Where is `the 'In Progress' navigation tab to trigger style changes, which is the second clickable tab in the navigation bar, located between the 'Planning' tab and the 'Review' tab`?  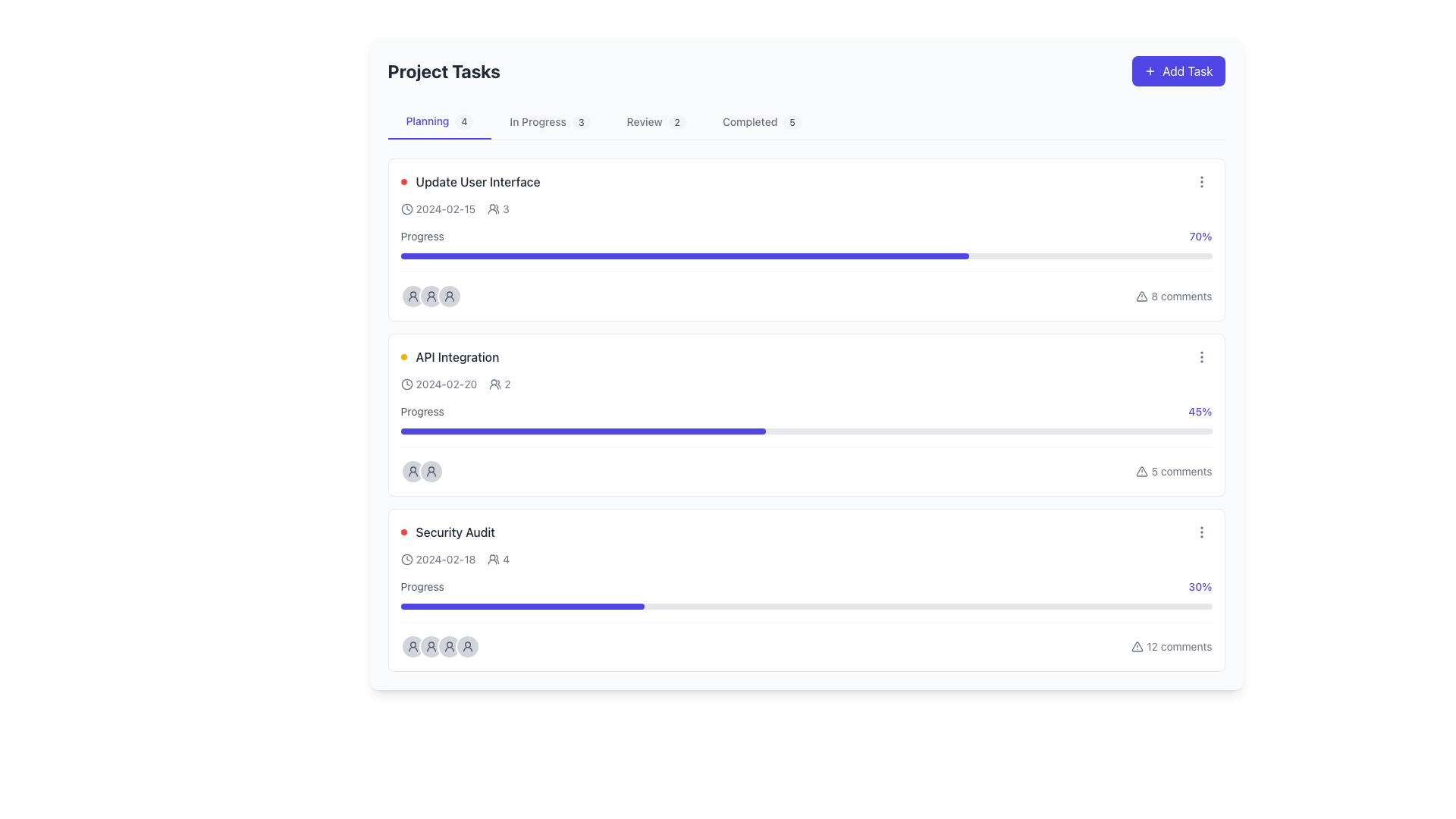 the 'In Progress' navigation tab to trigger style changes, which is the second clickable tab in the navigation bar, located between the 'Planning' tab and the 'Review' tab is located at coordinates (549, 121).